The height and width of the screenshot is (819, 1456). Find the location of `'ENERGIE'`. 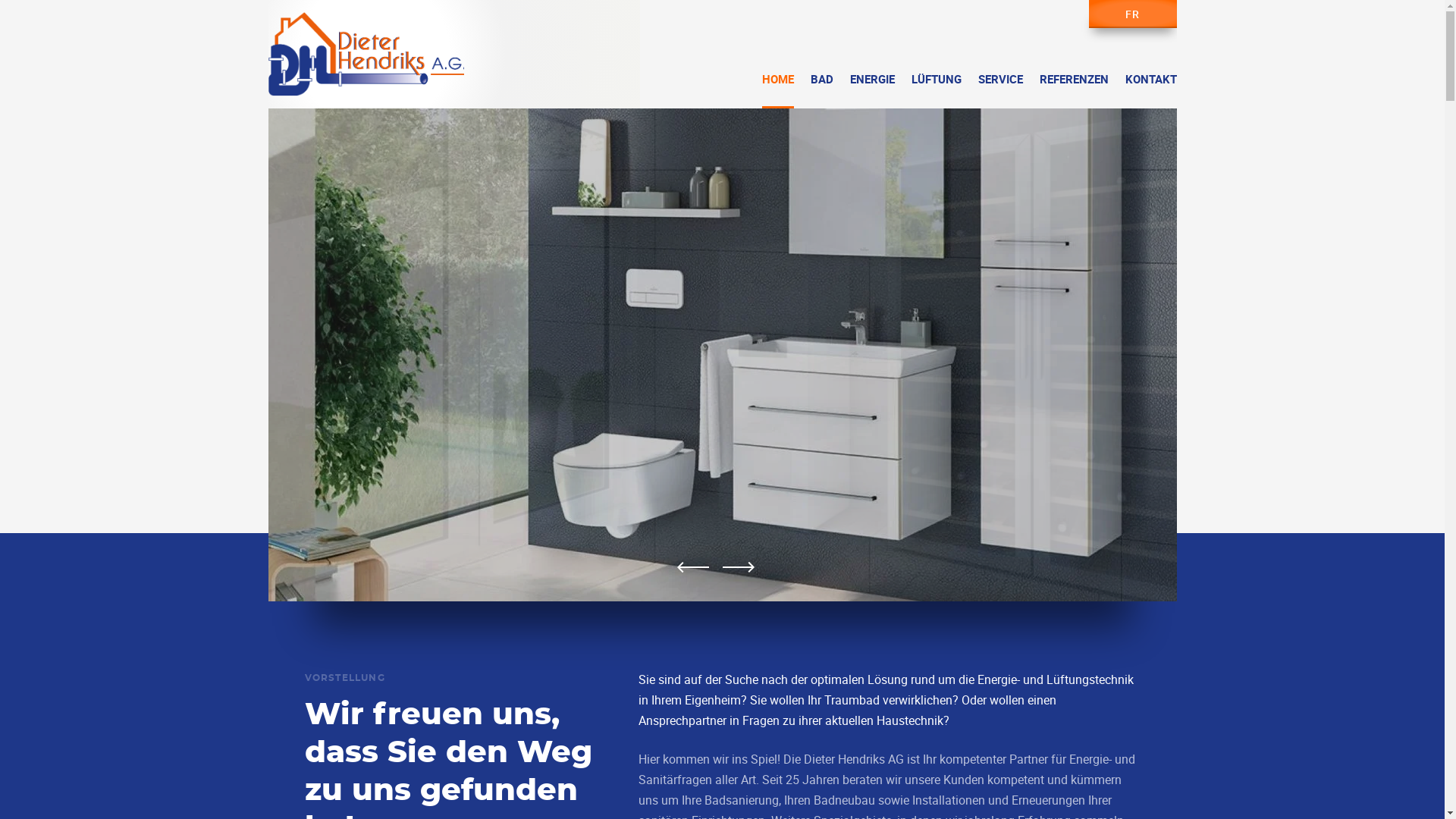

'ENERGIE' is located at coordinates (871, 90).